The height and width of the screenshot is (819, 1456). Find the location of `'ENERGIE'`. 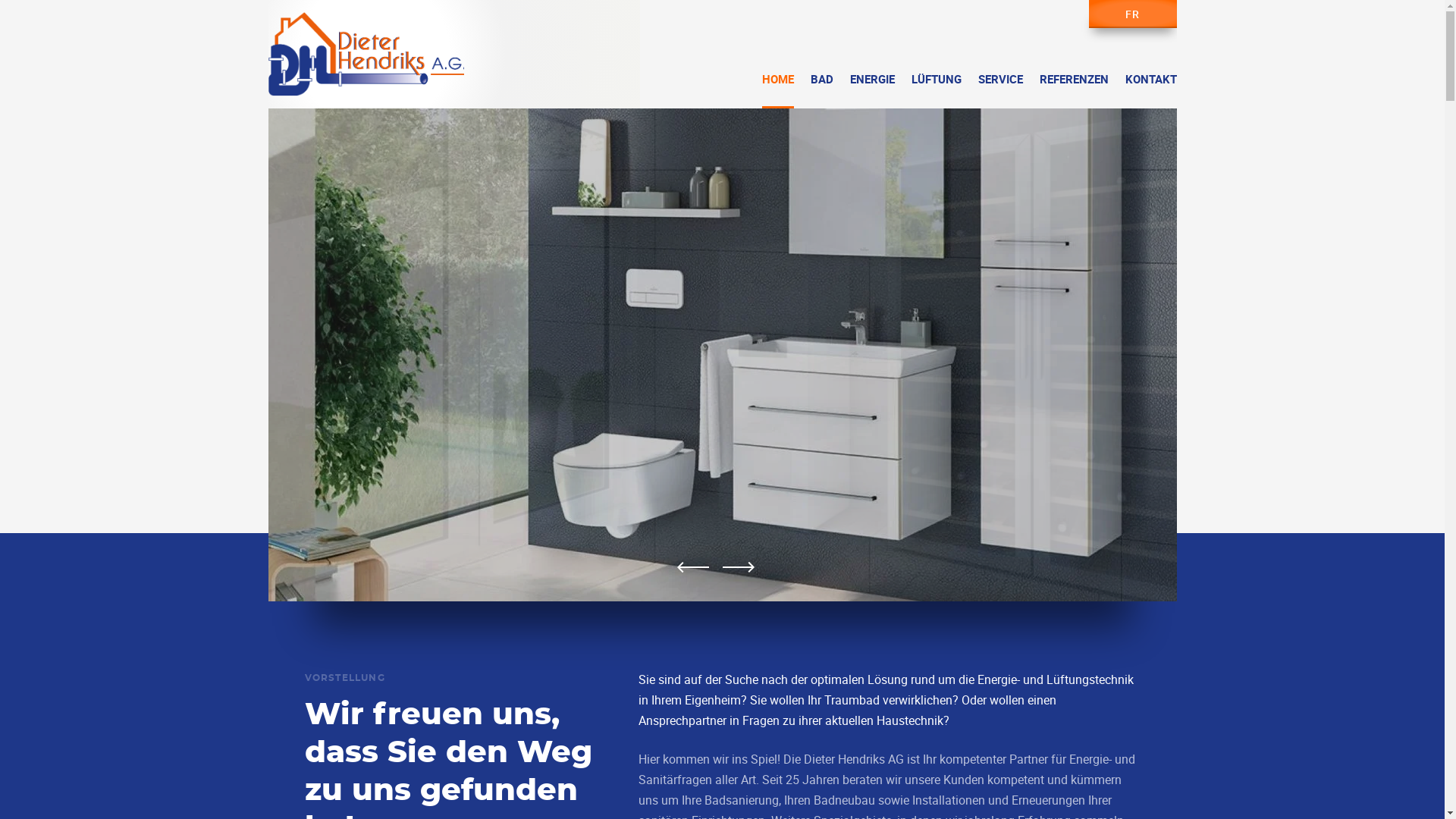

'ENERGIE' is located at coordinates (871, 90).